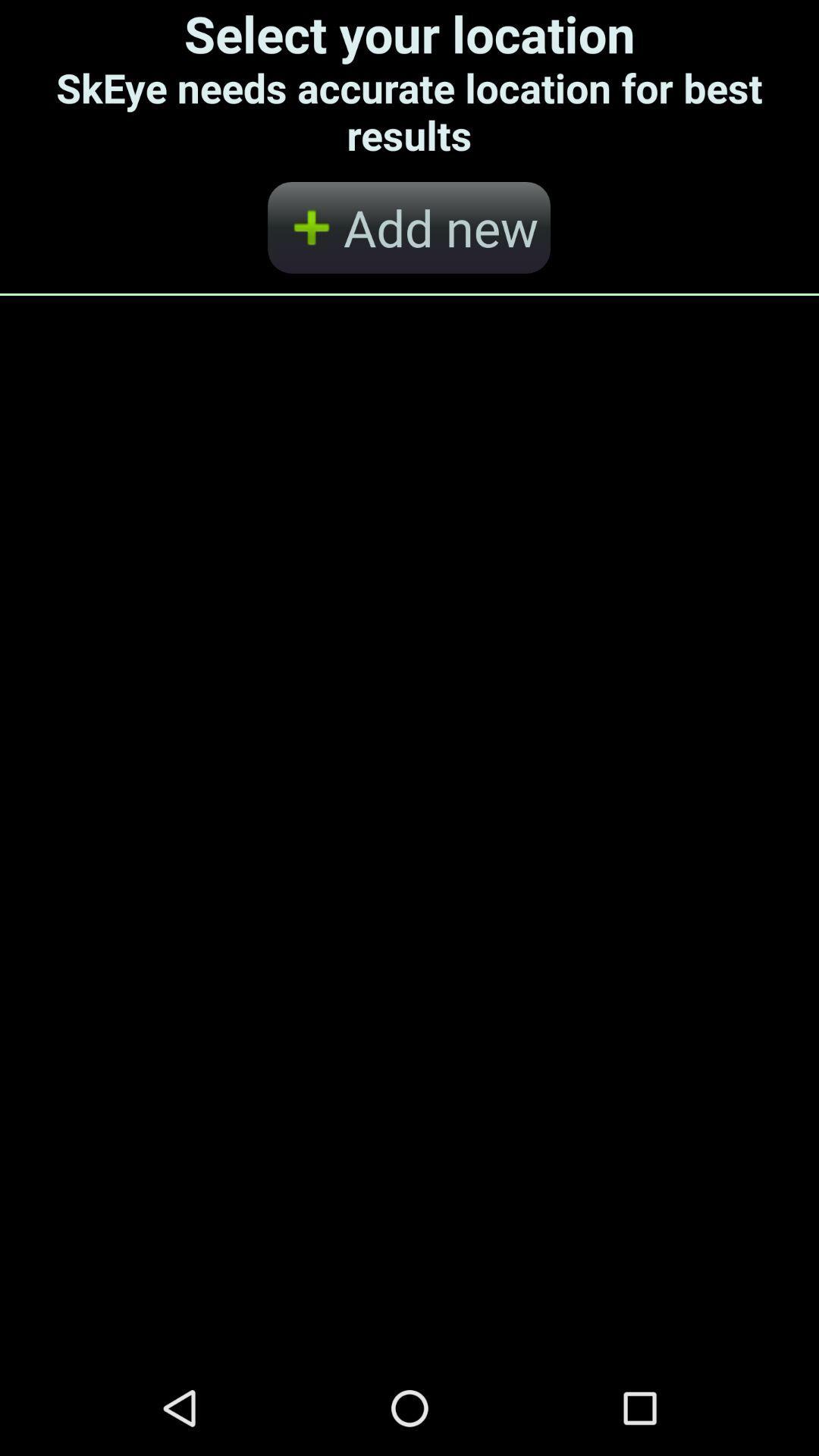 The image size is (819, 1456). What do you see at coordinates (408, 227) in the screenshot?
I see `the app below the select your location` at bounding box center [408, 227].